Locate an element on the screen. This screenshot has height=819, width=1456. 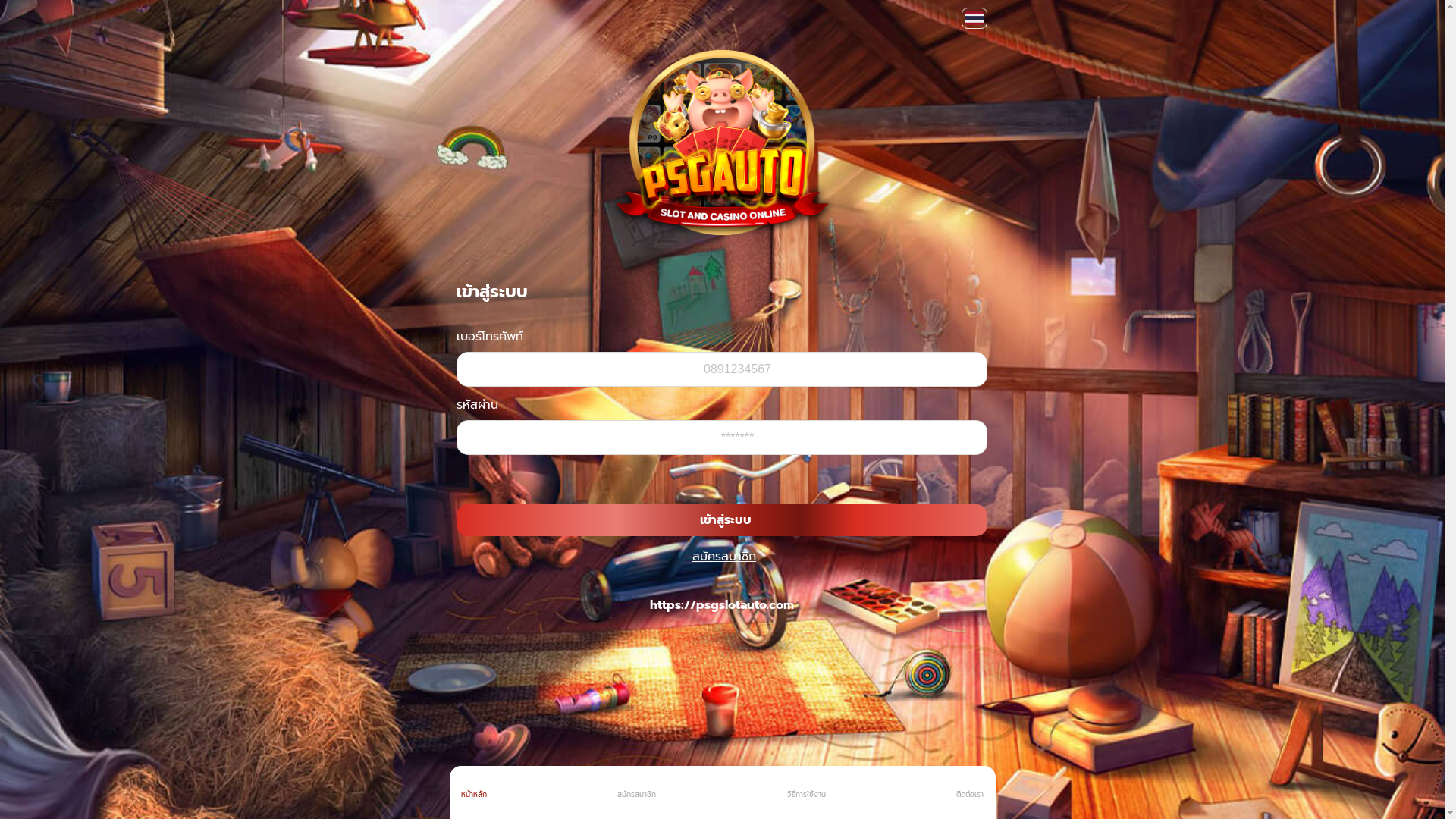
'https://psgslotauto.com' is located at coordinates (650, 604).